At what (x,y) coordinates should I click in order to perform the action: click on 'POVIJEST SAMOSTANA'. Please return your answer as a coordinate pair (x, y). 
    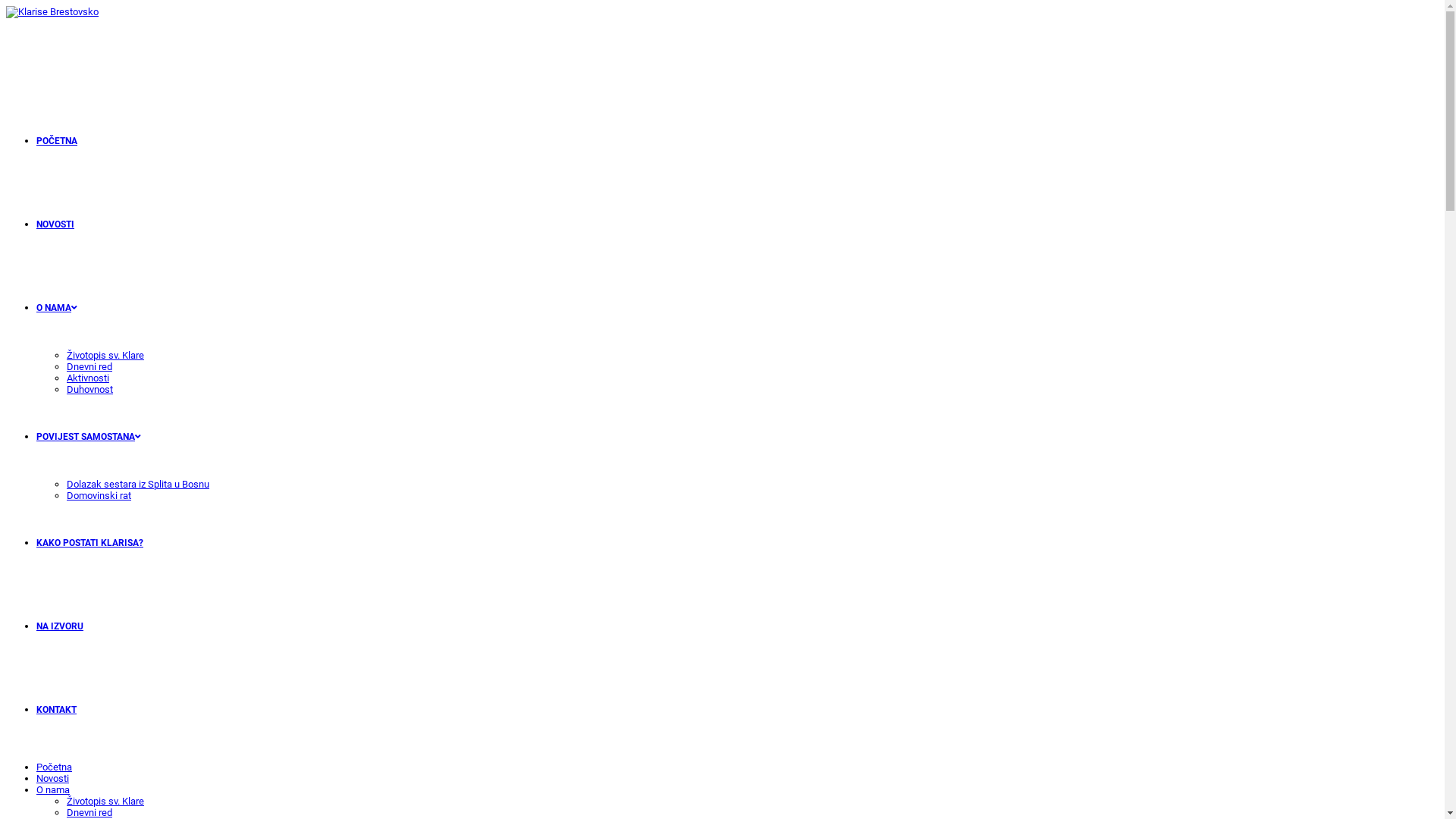
    Looking at the image, I should click on (87, 436).